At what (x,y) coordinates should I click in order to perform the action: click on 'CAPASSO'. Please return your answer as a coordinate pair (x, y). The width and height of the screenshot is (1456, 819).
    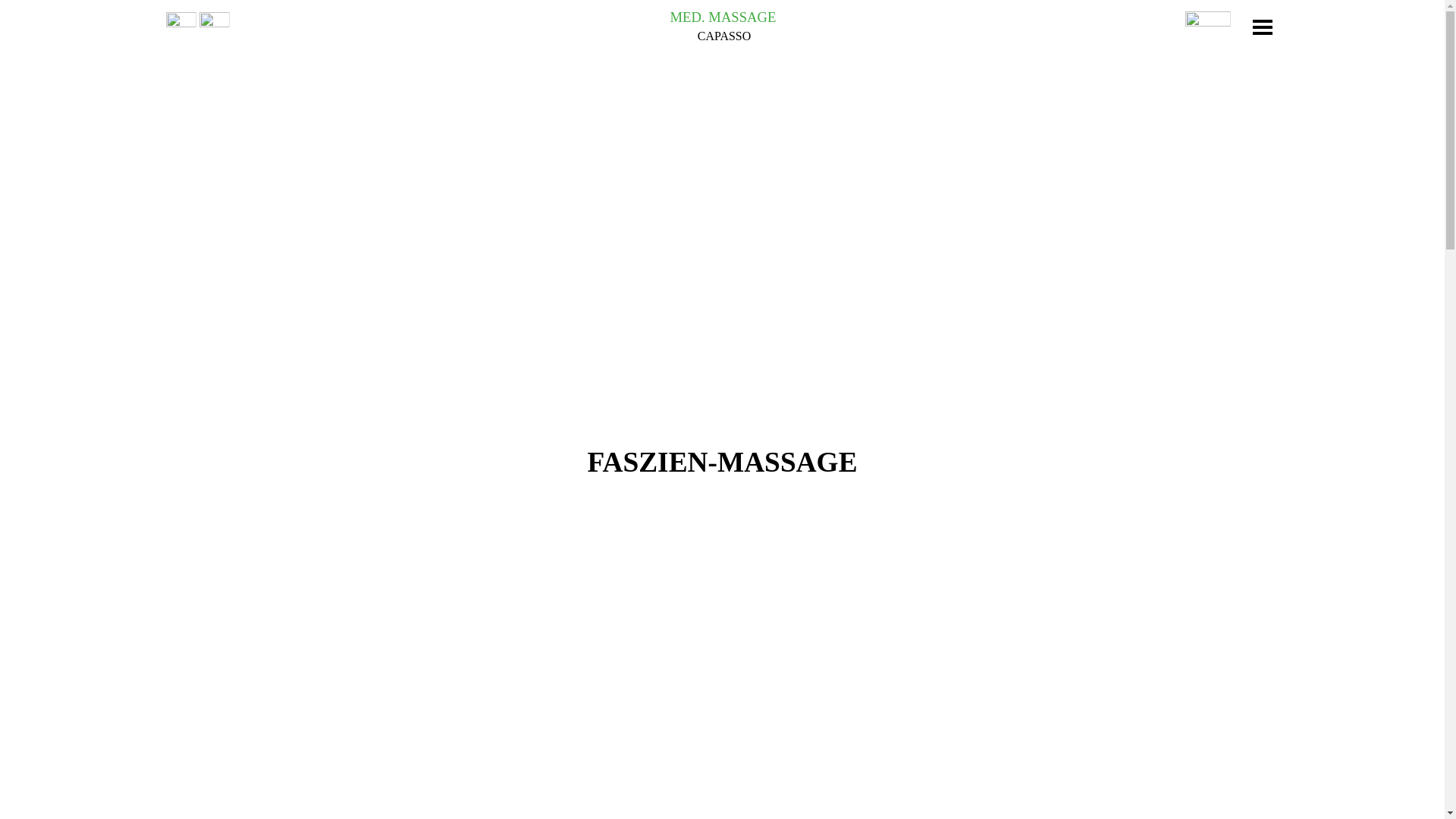
    Looking at the image, I should click on (723, 35).